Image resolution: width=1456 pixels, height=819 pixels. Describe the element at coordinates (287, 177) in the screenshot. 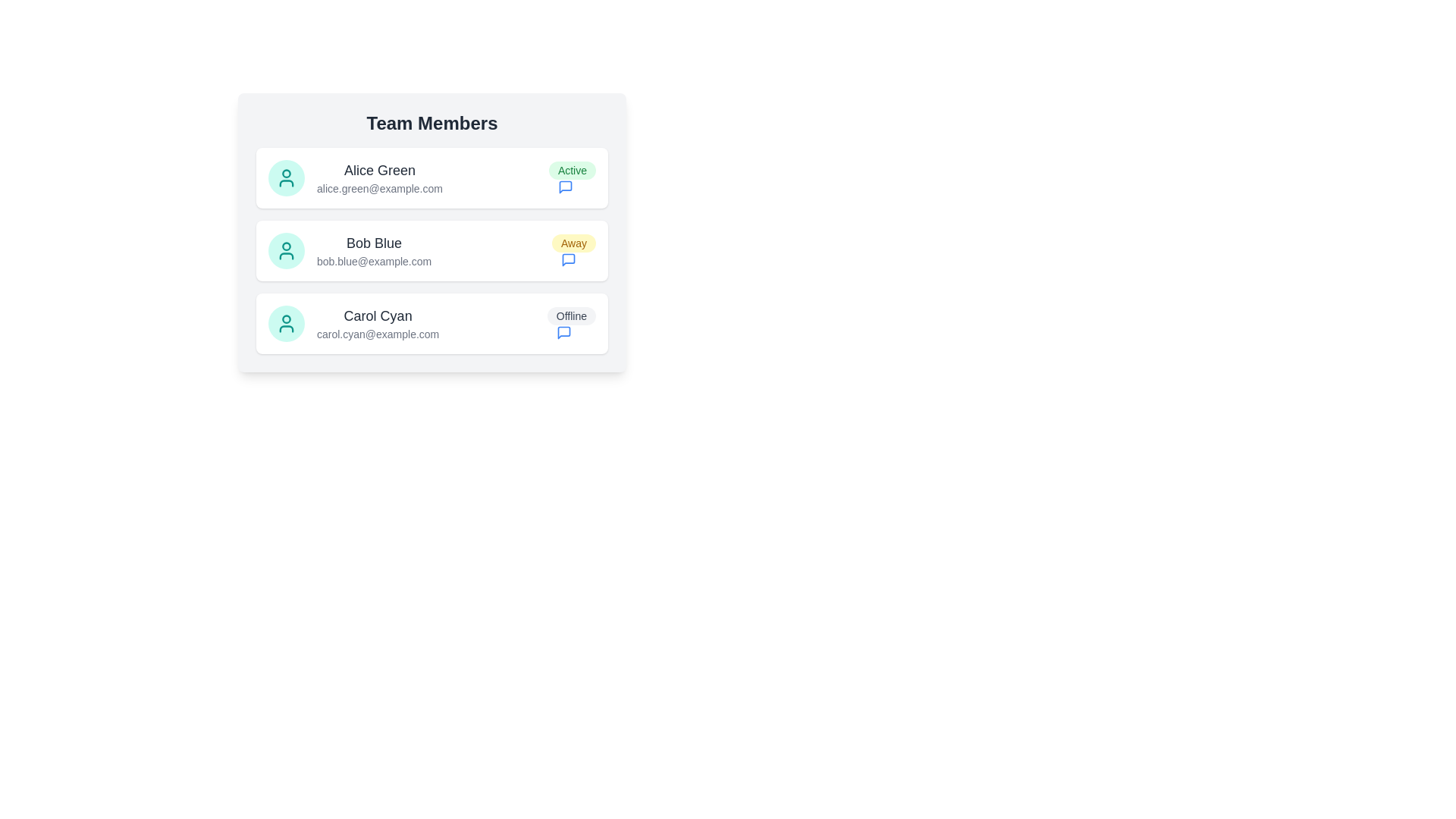

I see `the teal-colored user icon within the rounded rectangular card located at the top-left corner of the first card in the list, adjacent to the 'Alice Green' name label and email` at that location.